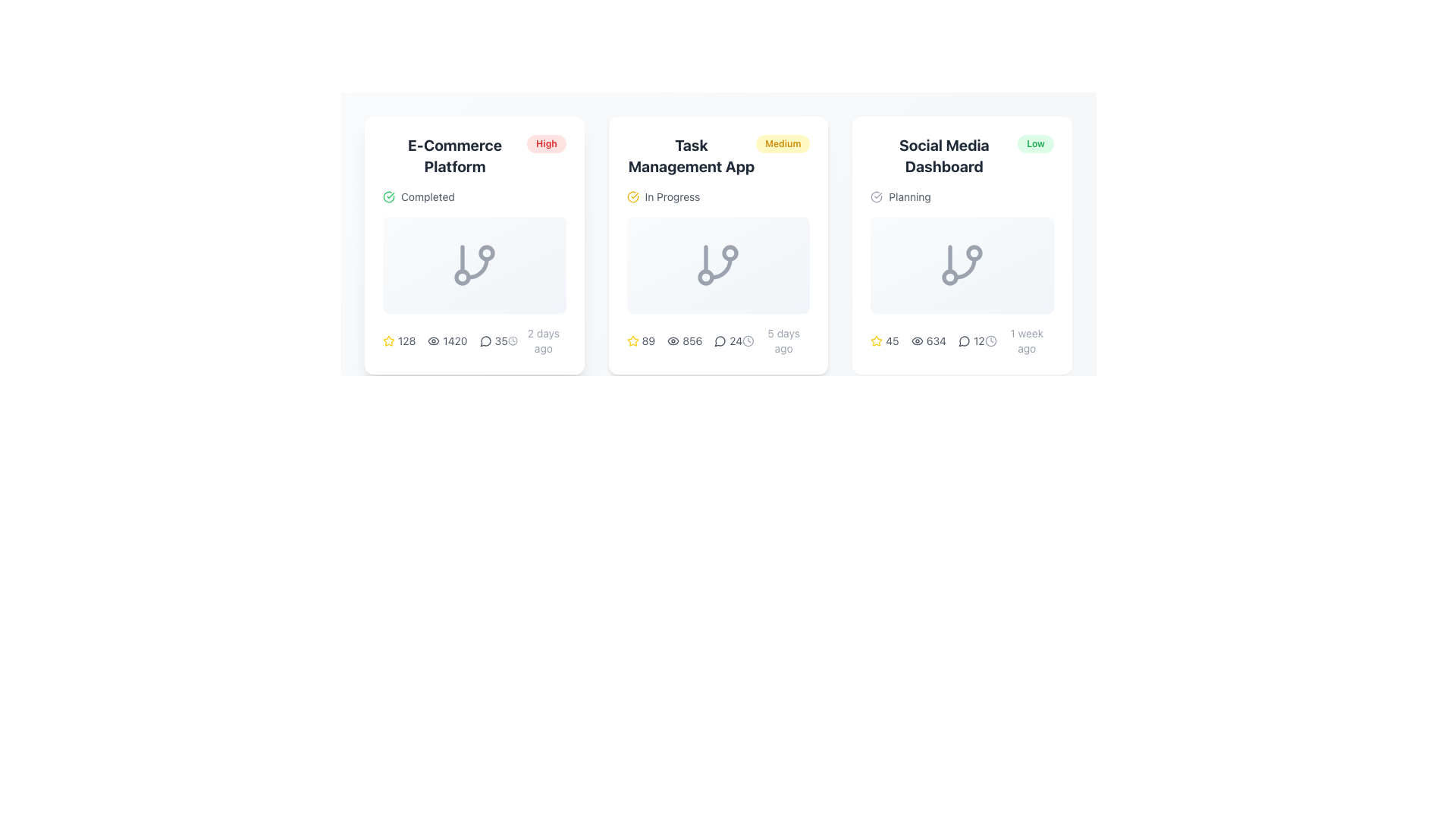 This screenshot has width=1456, height=819. I want to click on the visual content of the SVG-based icon within the top-left card labeled 'E-Commerce Platform', which indicates project status and is positioned under 'Completed', so click(473, 265).